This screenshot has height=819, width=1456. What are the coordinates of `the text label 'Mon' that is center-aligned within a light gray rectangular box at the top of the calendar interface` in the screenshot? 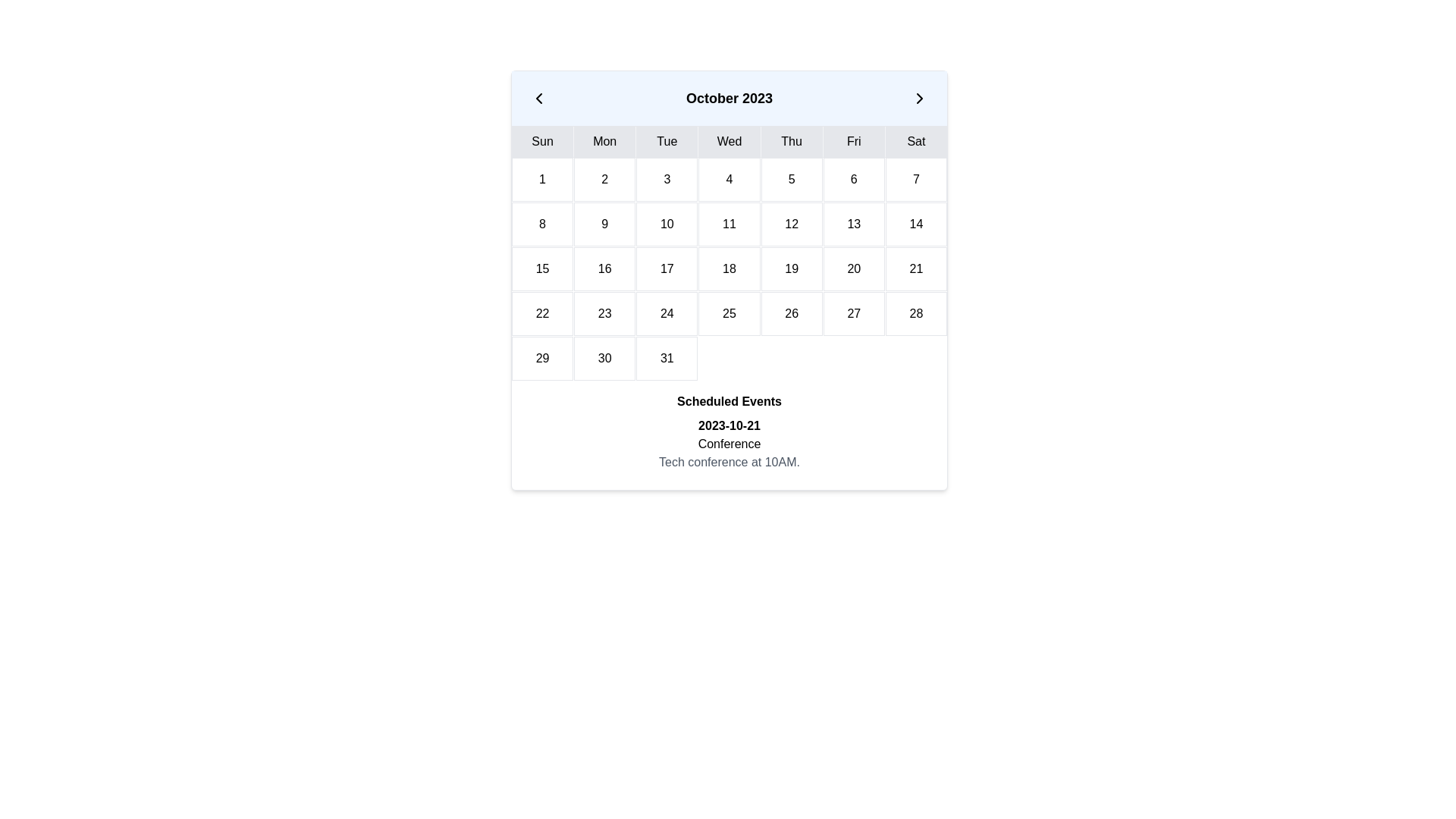 It's located at (604, 141).